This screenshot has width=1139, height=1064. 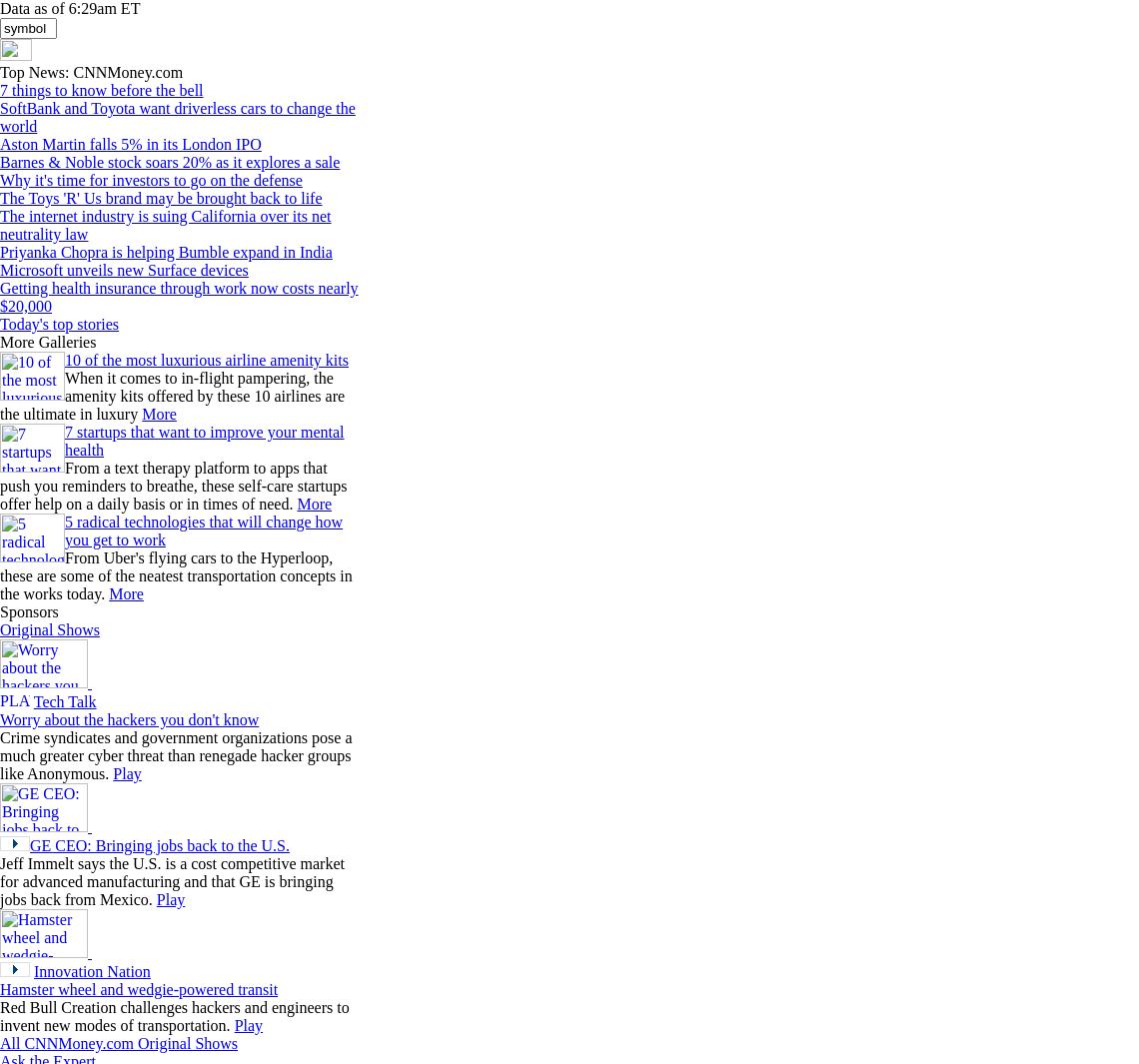 What do you see at coordinates (176, 755) in the screenshot?
I see `'Crime syndicates and government organizations pose a much greater cyber threat than renegade hacker groups like Anonymous.'` at bounding box center [176, 755].